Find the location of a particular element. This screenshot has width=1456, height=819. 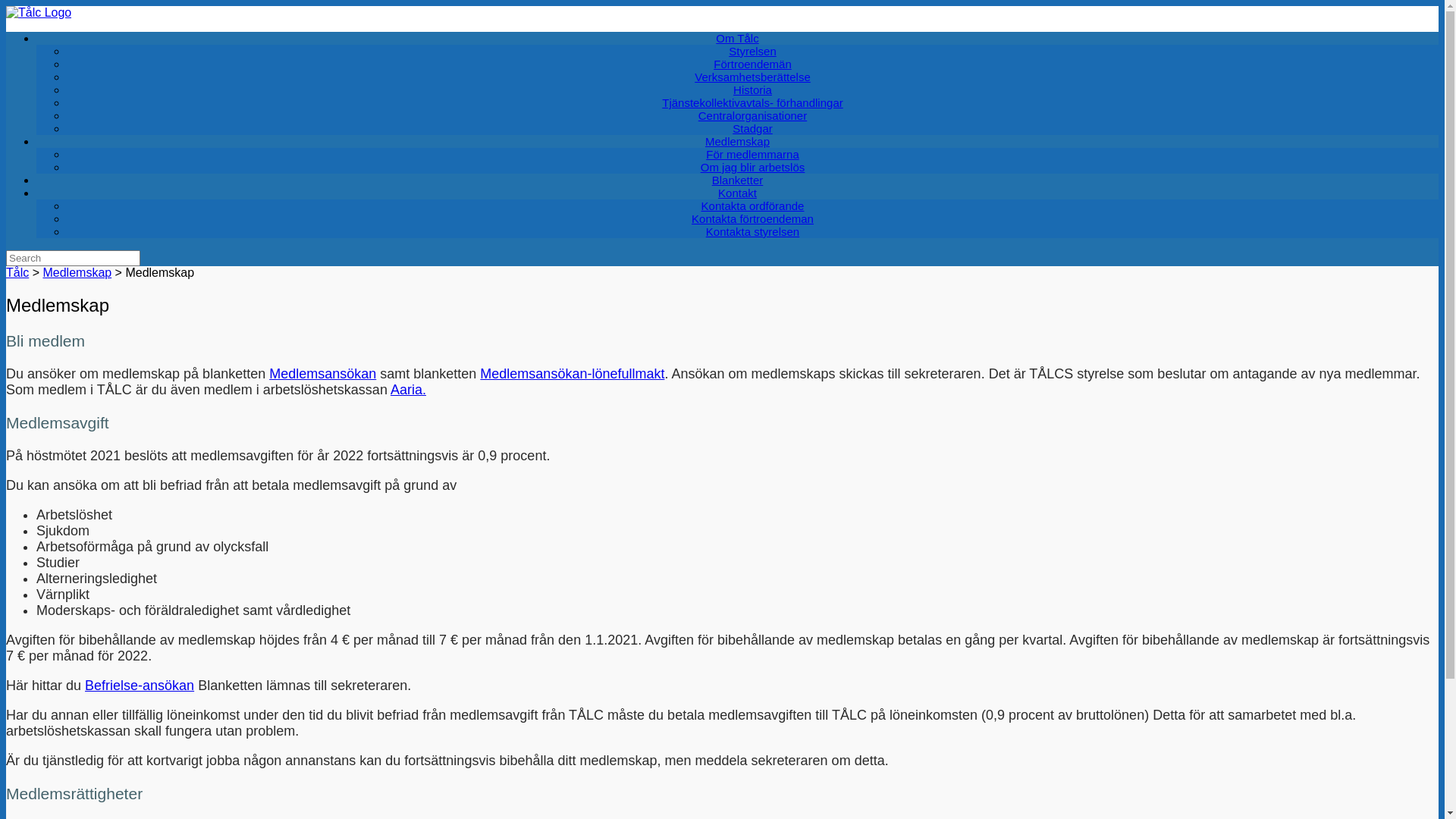

'Skip to content' is located at coordinates (5, 5).